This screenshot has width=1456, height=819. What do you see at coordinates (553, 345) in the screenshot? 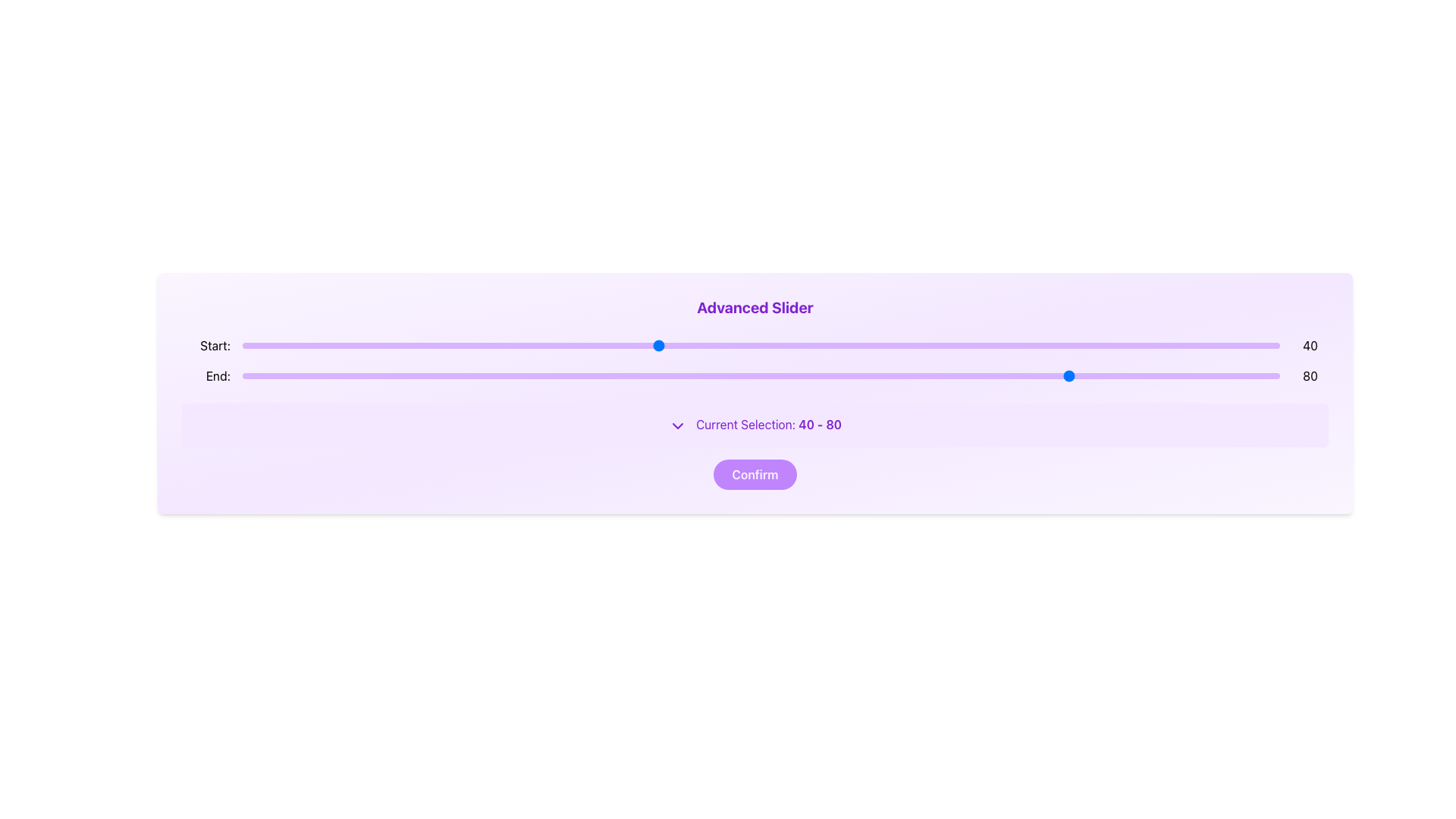
I see `the start slider` at bounding box center [553, 345].